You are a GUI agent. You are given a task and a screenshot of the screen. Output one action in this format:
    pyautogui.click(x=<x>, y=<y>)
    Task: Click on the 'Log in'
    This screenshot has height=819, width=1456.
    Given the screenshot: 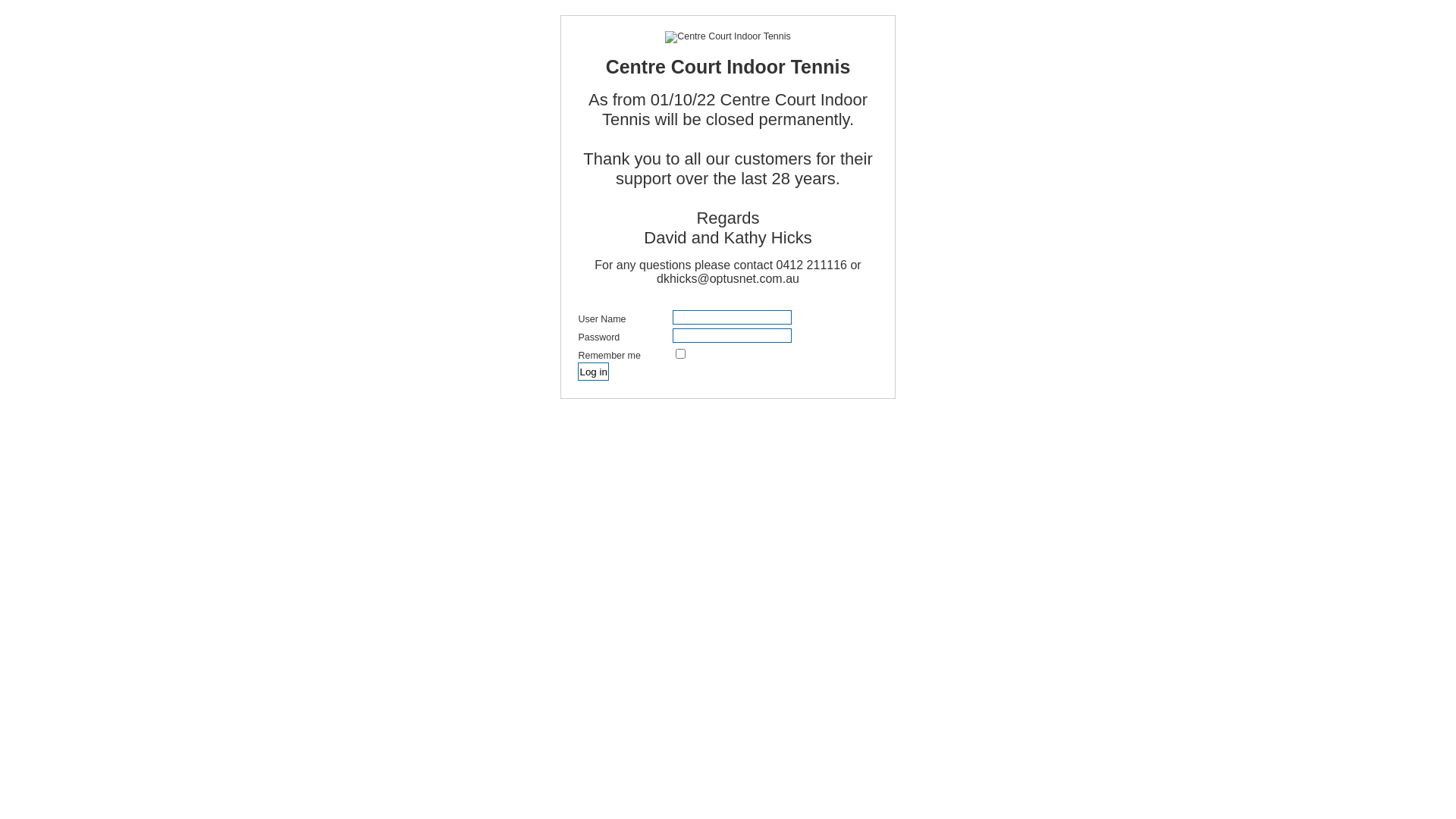 What is the action you would take?
    pyautogui.click(x=592, y=371)
    